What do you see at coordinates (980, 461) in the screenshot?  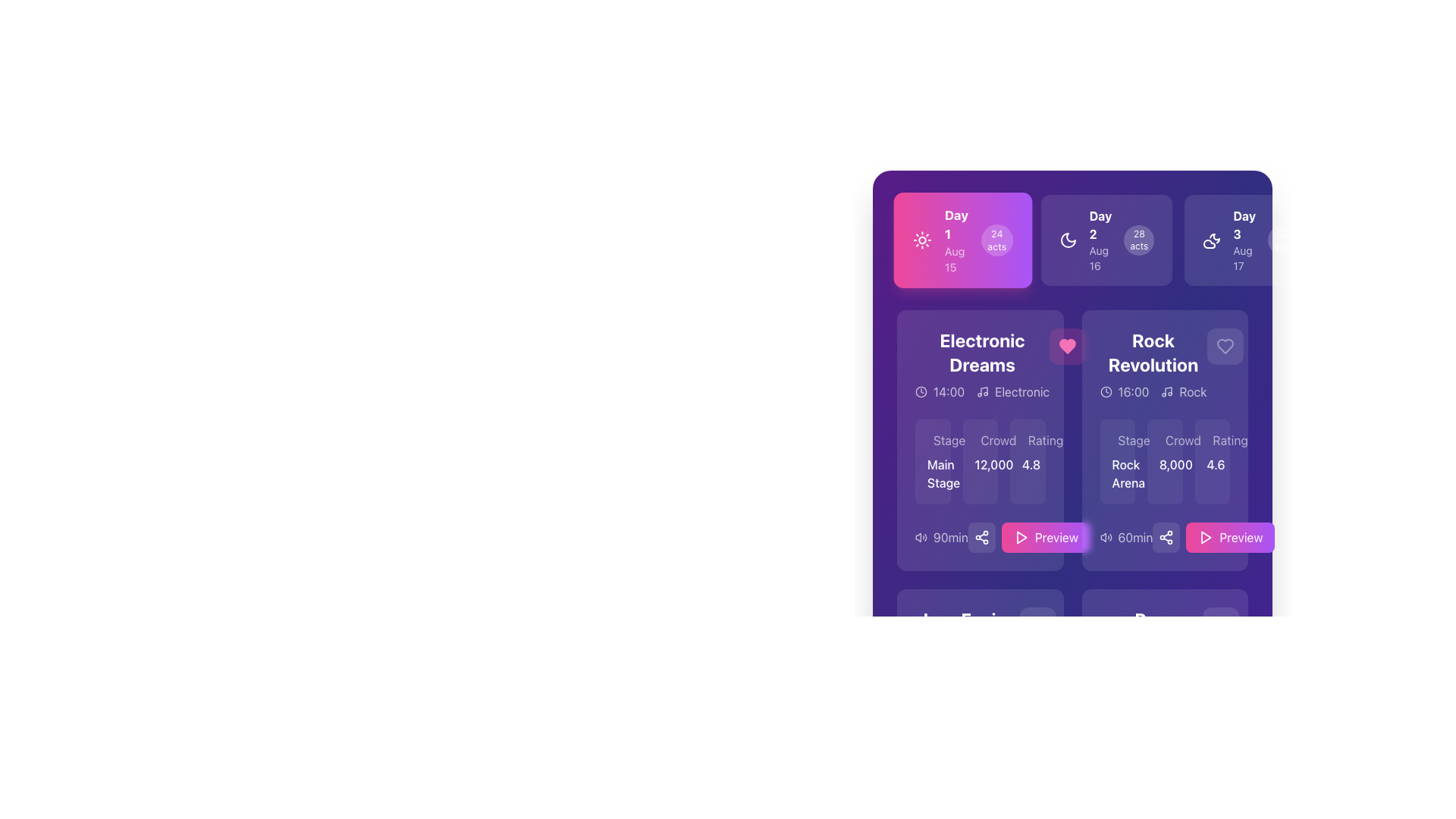 I see `the text label displaying '12,000' which indicates the crowd metric, located in the middle card of a three-column layout under the 'Electronic Dreams' section` at bounding box center [980, 461].